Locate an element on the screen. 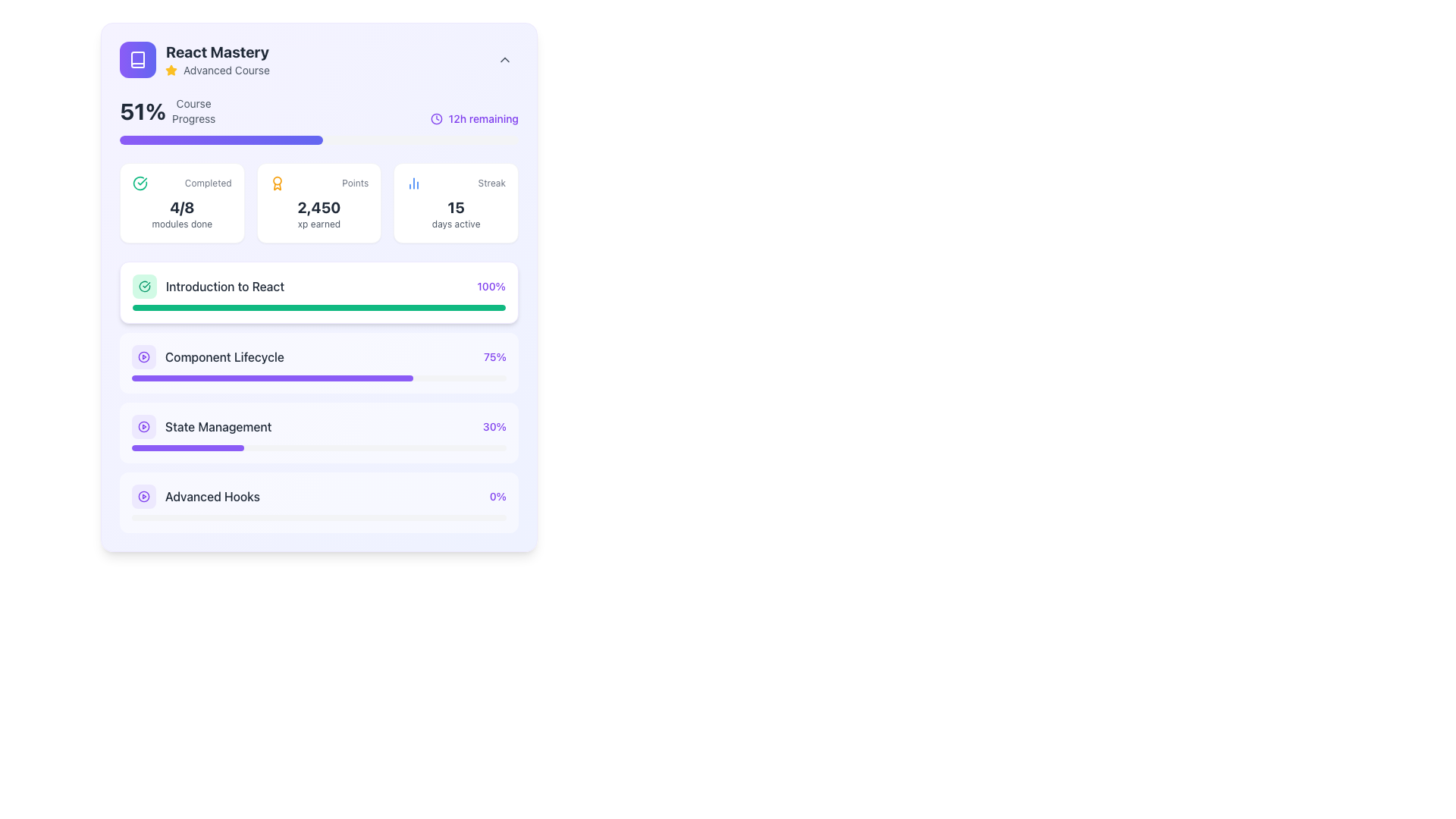 The height and width of the screenshot is (819, 1456). the collapse button located in the top-right corner of the 'React Mastery Advanced Course' section to hide the menu is located at coordinates (505, 58).